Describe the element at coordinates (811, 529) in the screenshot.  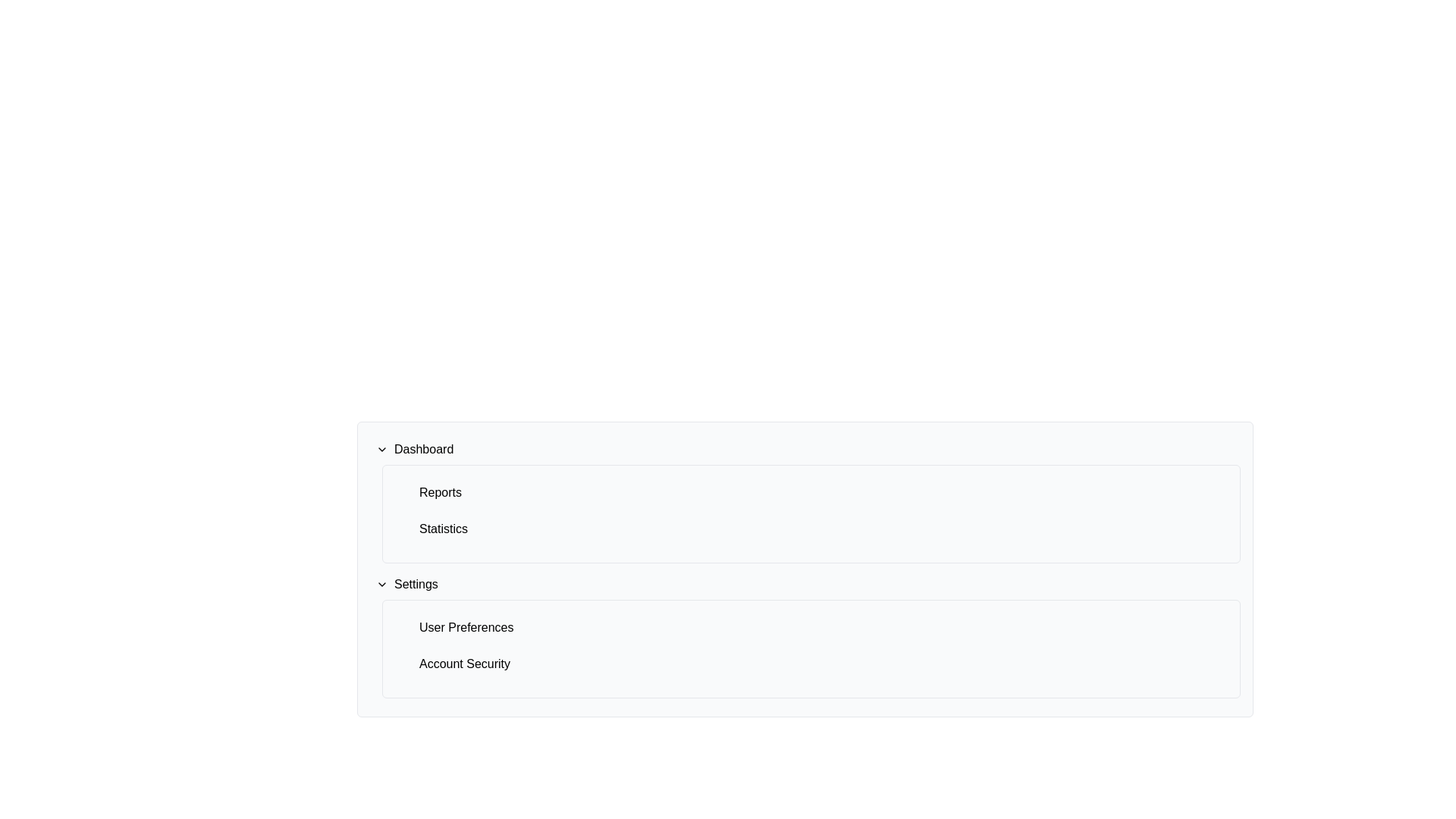
I see `the second clickable list item labeled 'Statistics' under the 'Dashboard' section` at that location.